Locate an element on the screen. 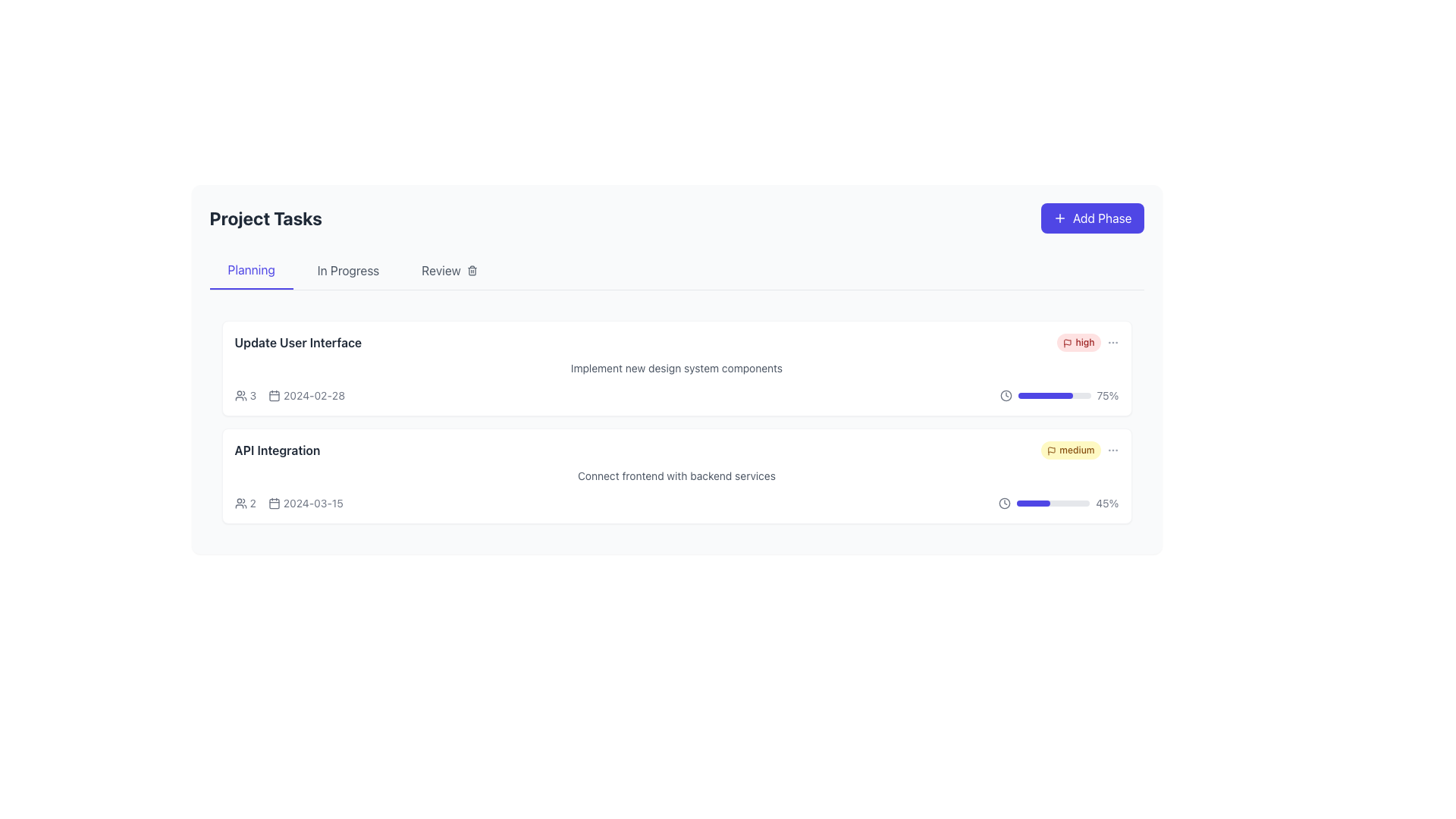  the icon representing a menu or options, located near the word 'medium' in the second row of the project tasks list is located at coordinates (1112, 450).